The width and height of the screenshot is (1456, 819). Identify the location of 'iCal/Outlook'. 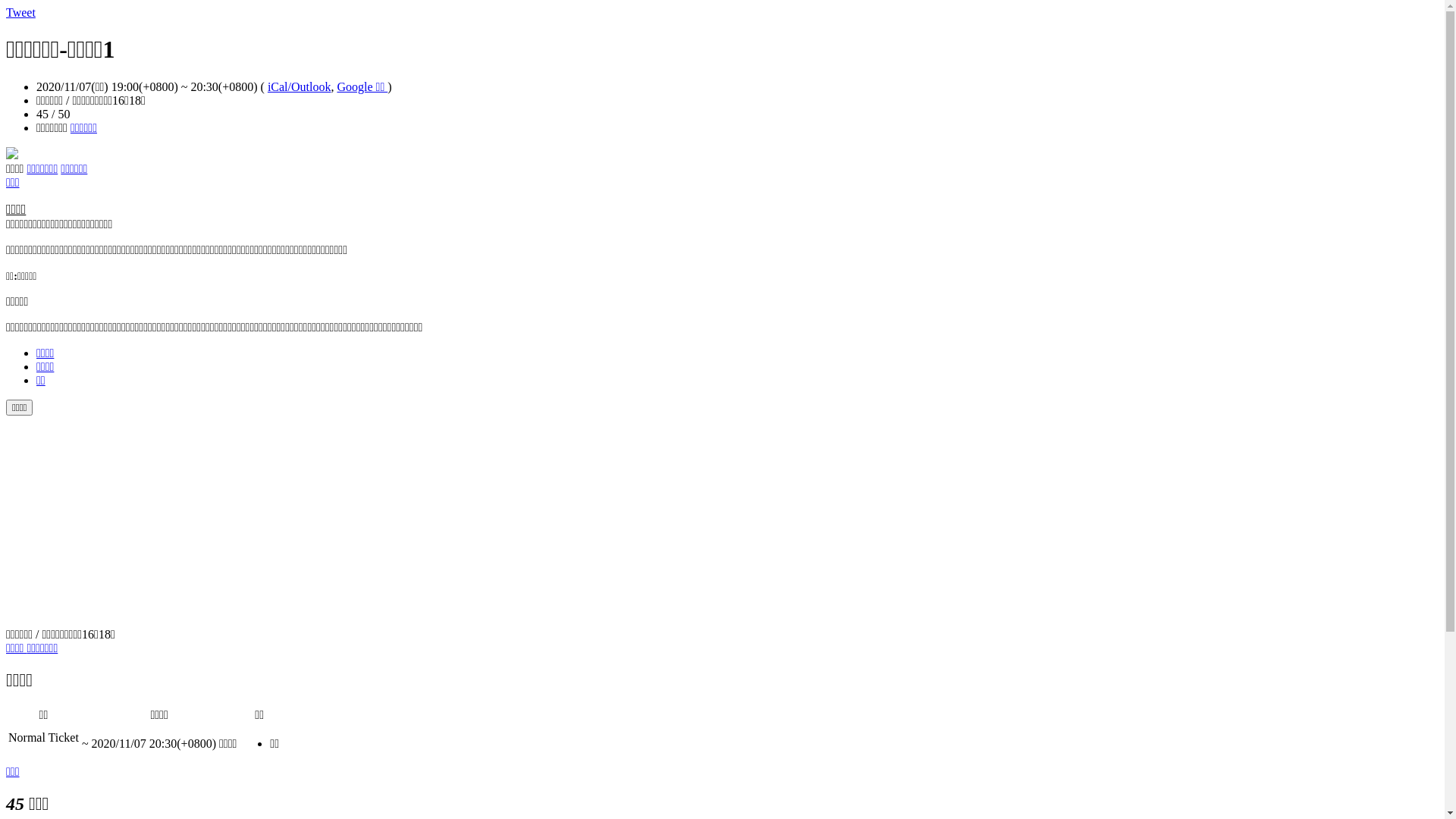
(299, 86).